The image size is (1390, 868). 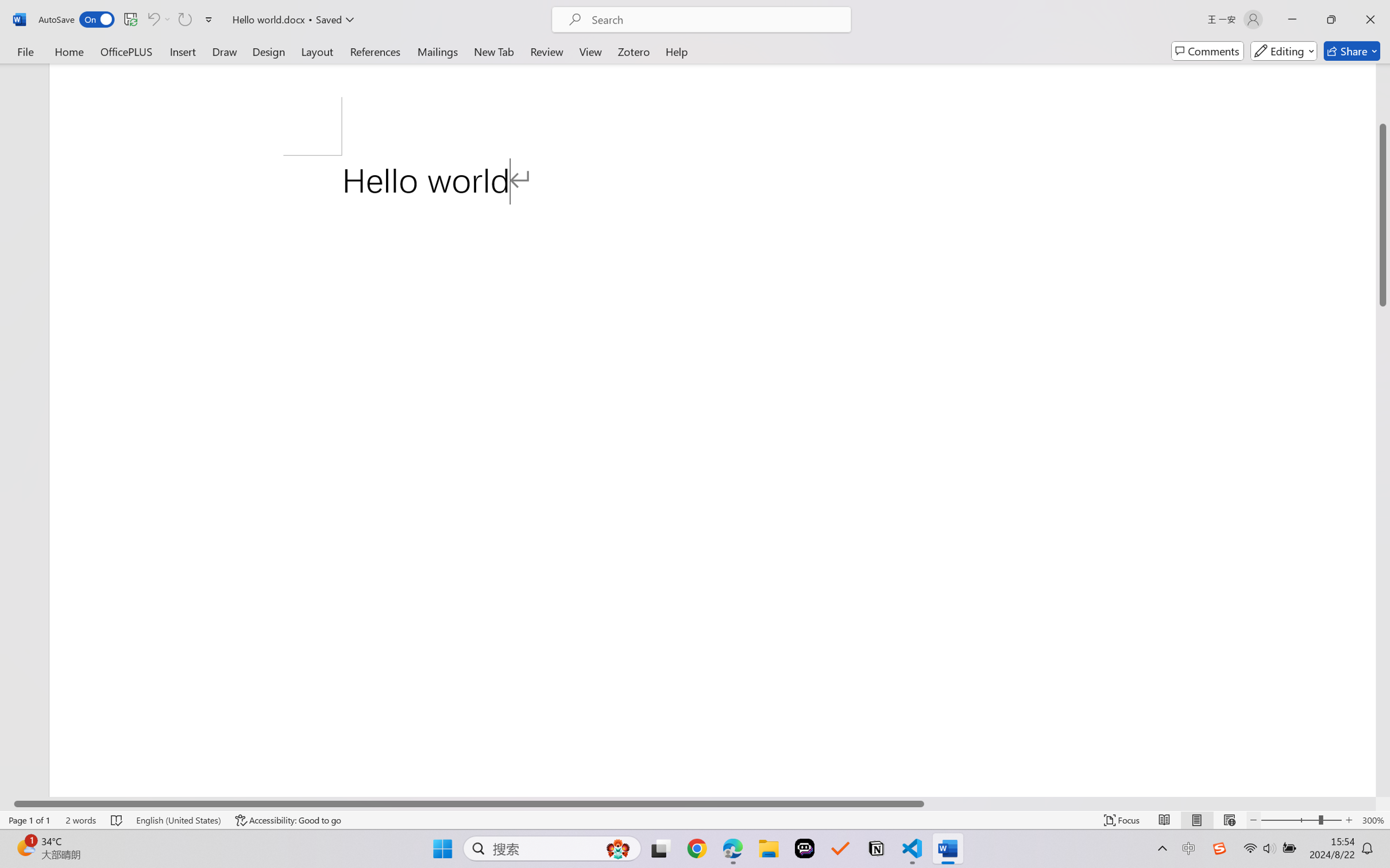 What do you see at coordinates (157, 19) in the screenshot?
I see `'Can'` at bounding box center [157, 19].